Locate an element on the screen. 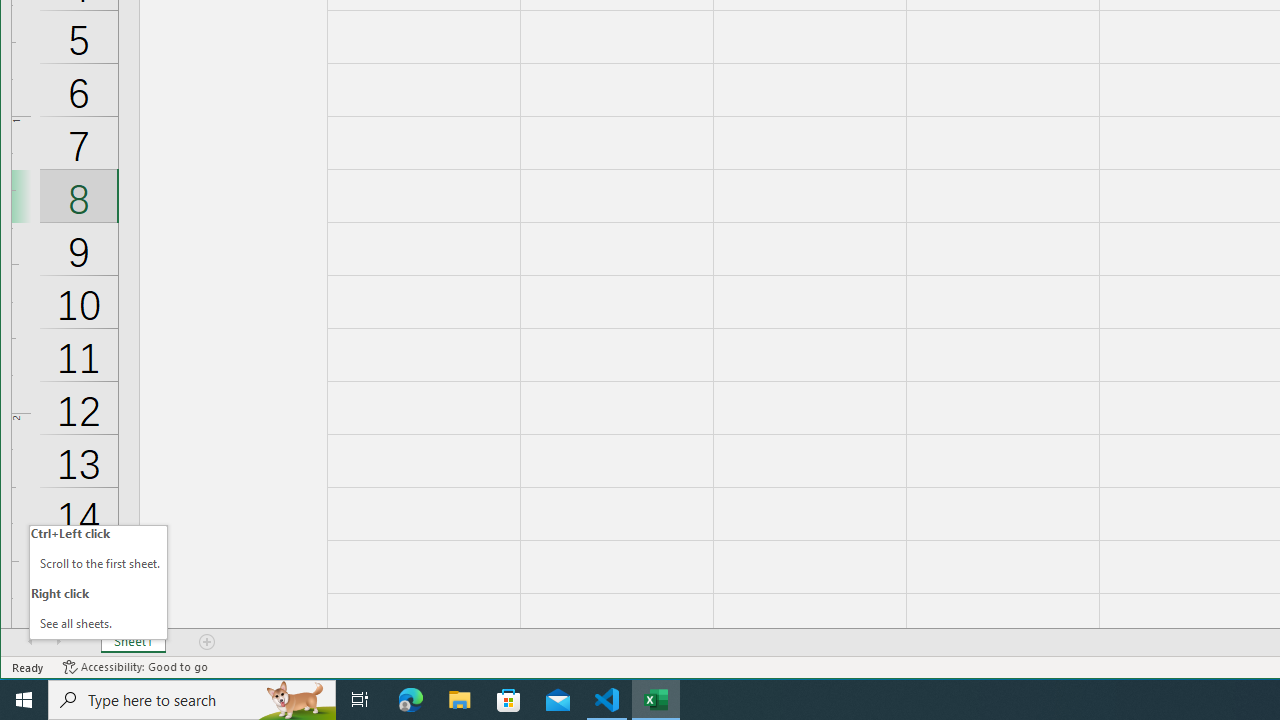 The width and height of the screenshot is (1280, 720). 'Start' is located at coordinates (24, 698).